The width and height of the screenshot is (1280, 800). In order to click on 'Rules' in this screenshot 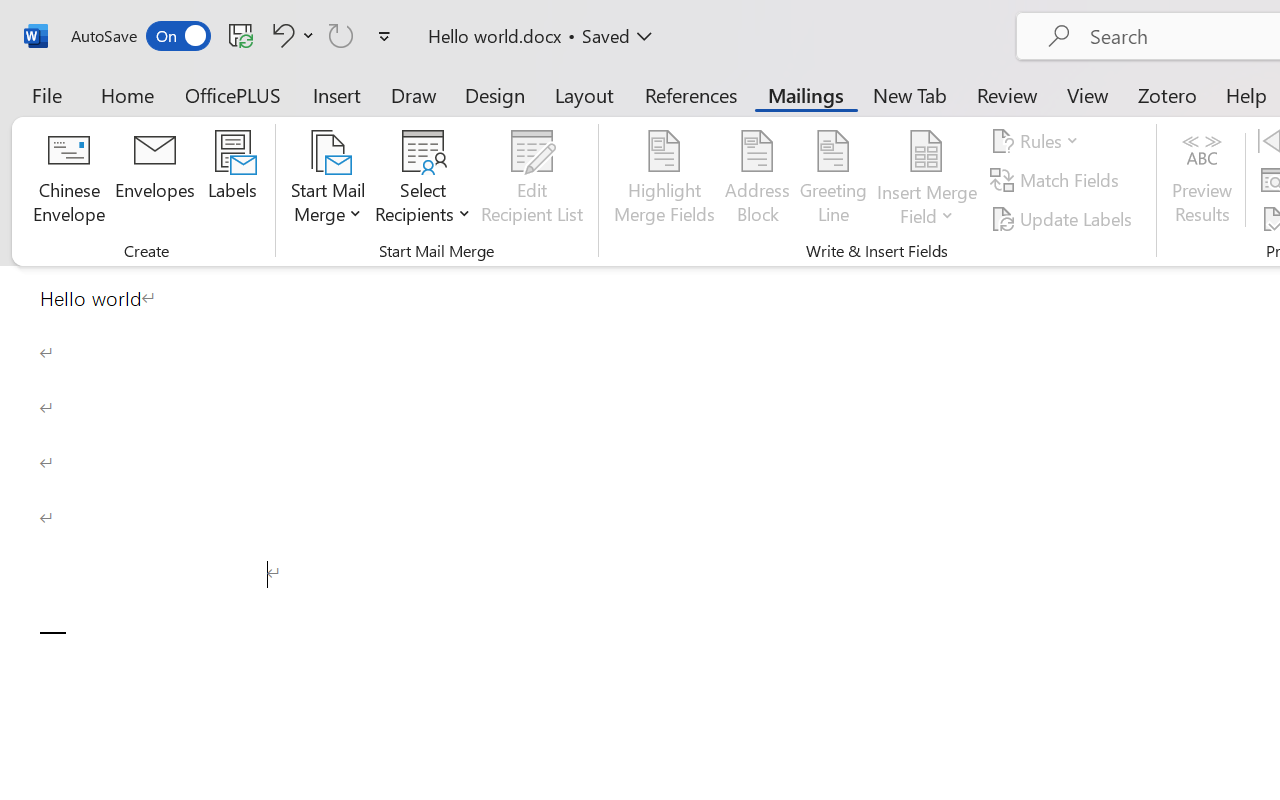, I will do `click(1038, 141)`.